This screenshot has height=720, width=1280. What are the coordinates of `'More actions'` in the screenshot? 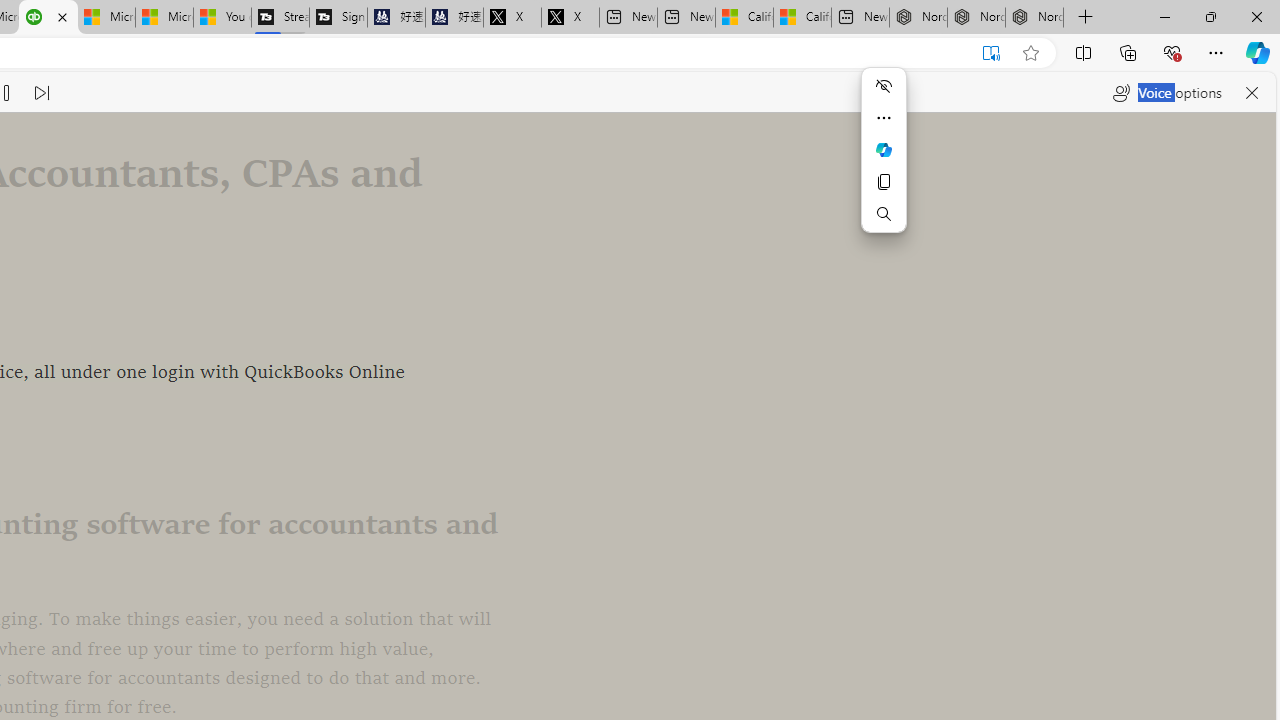 It's located at (882, 118).